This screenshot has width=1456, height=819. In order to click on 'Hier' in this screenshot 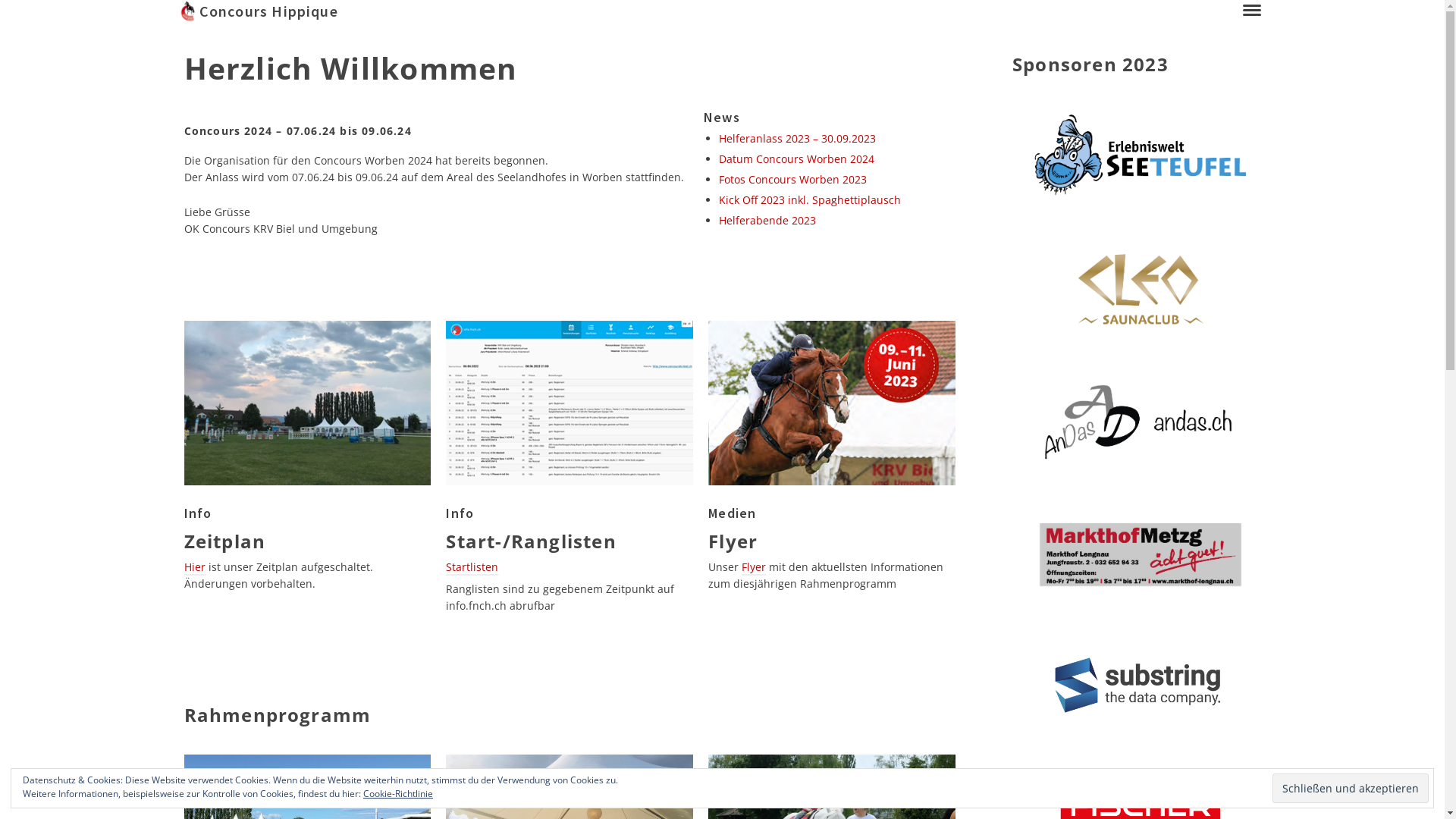, I will do `click(193, 567)`.